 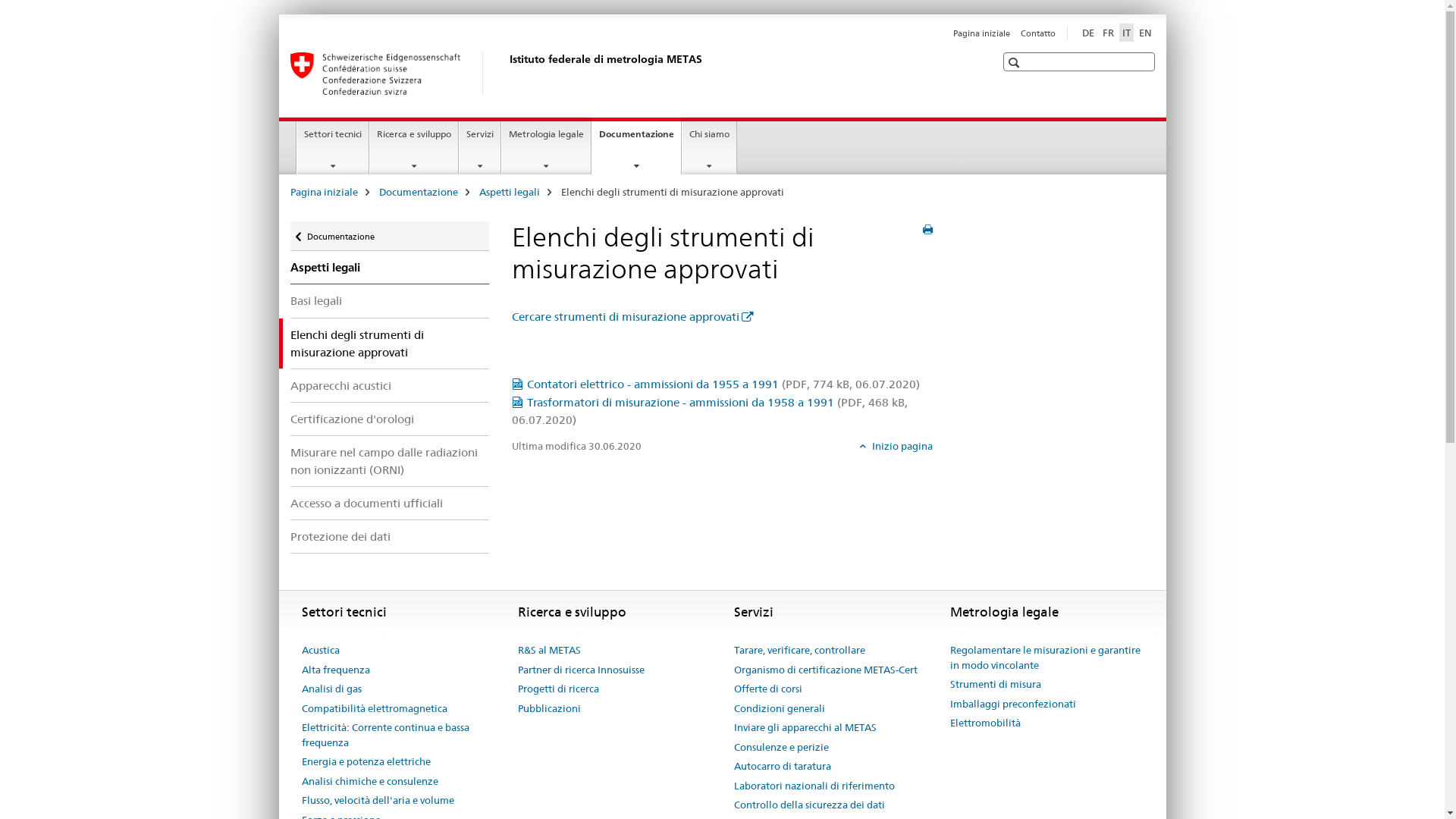 I want to click on 'Imballaggi preconfezionati', so click(x=1012, y=704).